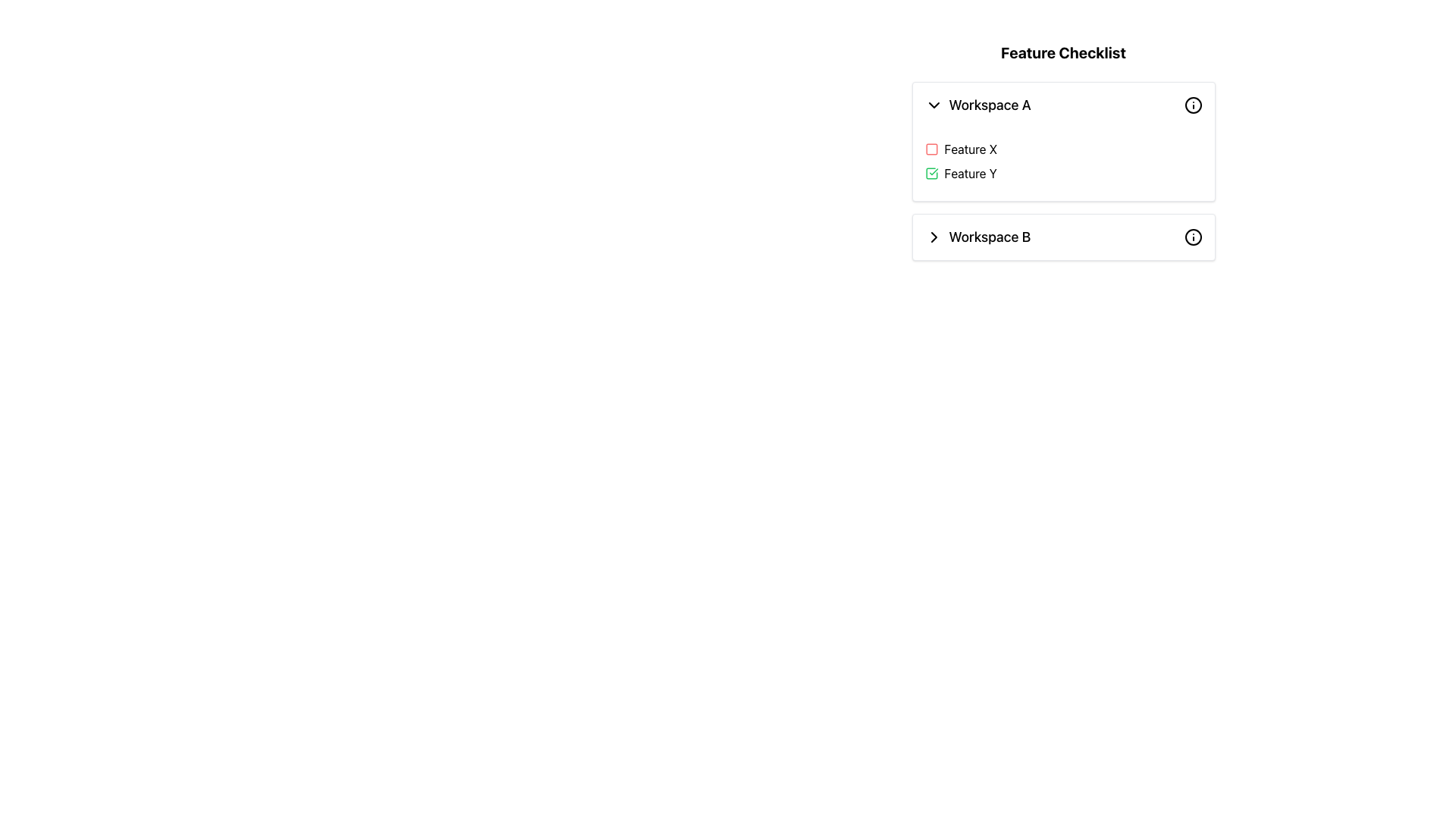 The height and width of the screenshot is (819, 1456). Describe the element at coordinates (1062, 172) in the screenshot. I see `the second checkable list item labeled 'Feature Y'` at that location.